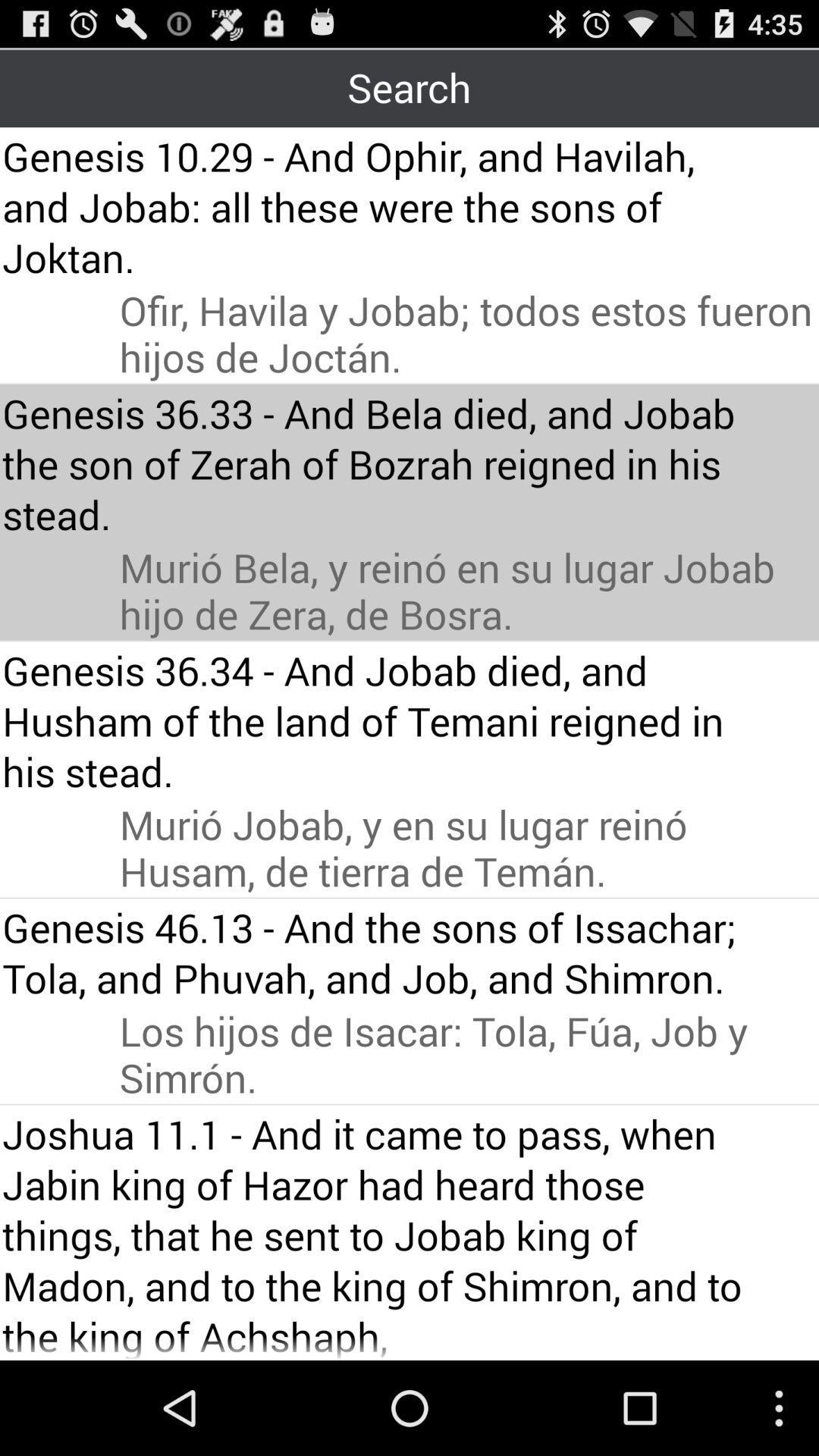 The height and width of the screenshot is (1456, 819). Describe the element at coordinates (380, 1234) in the screenshot. I see `joshua 11 1 item` at that location.